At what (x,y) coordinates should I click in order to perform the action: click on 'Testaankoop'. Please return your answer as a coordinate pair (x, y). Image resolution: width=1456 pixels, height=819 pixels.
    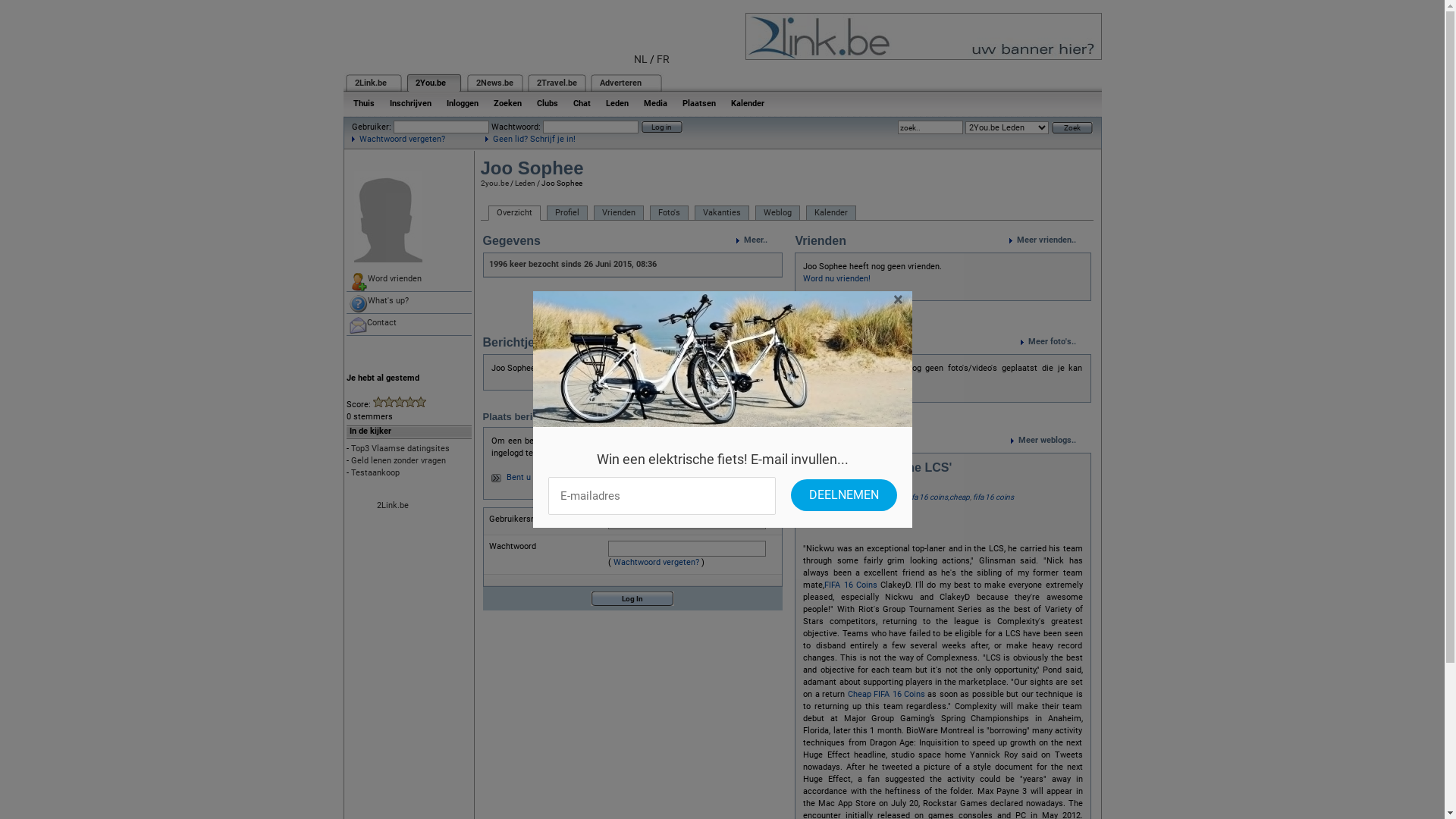
    Looking at the image, I should click on (375, 472).